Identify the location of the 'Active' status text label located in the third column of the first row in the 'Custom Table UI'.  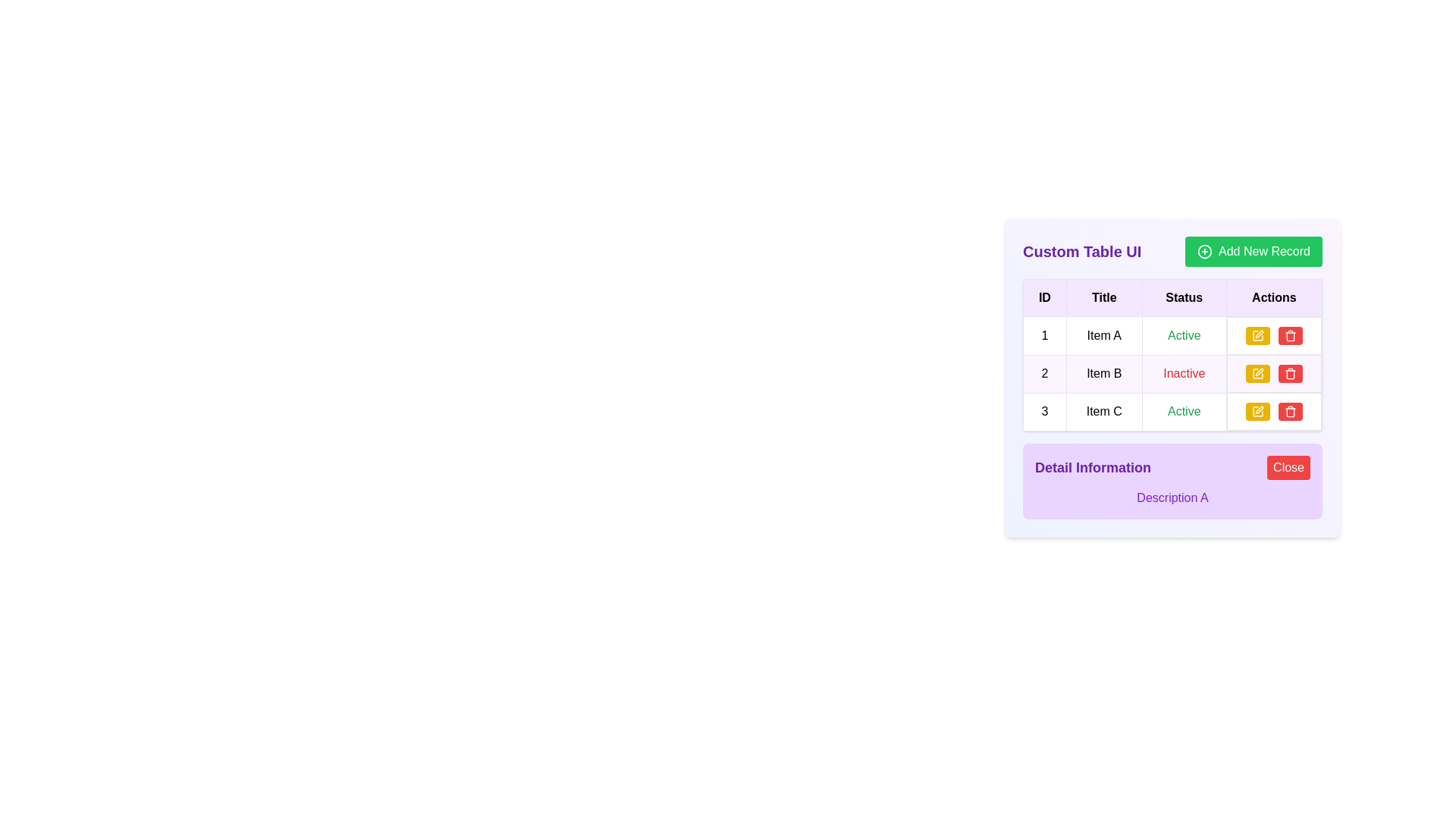
(1183, 334).